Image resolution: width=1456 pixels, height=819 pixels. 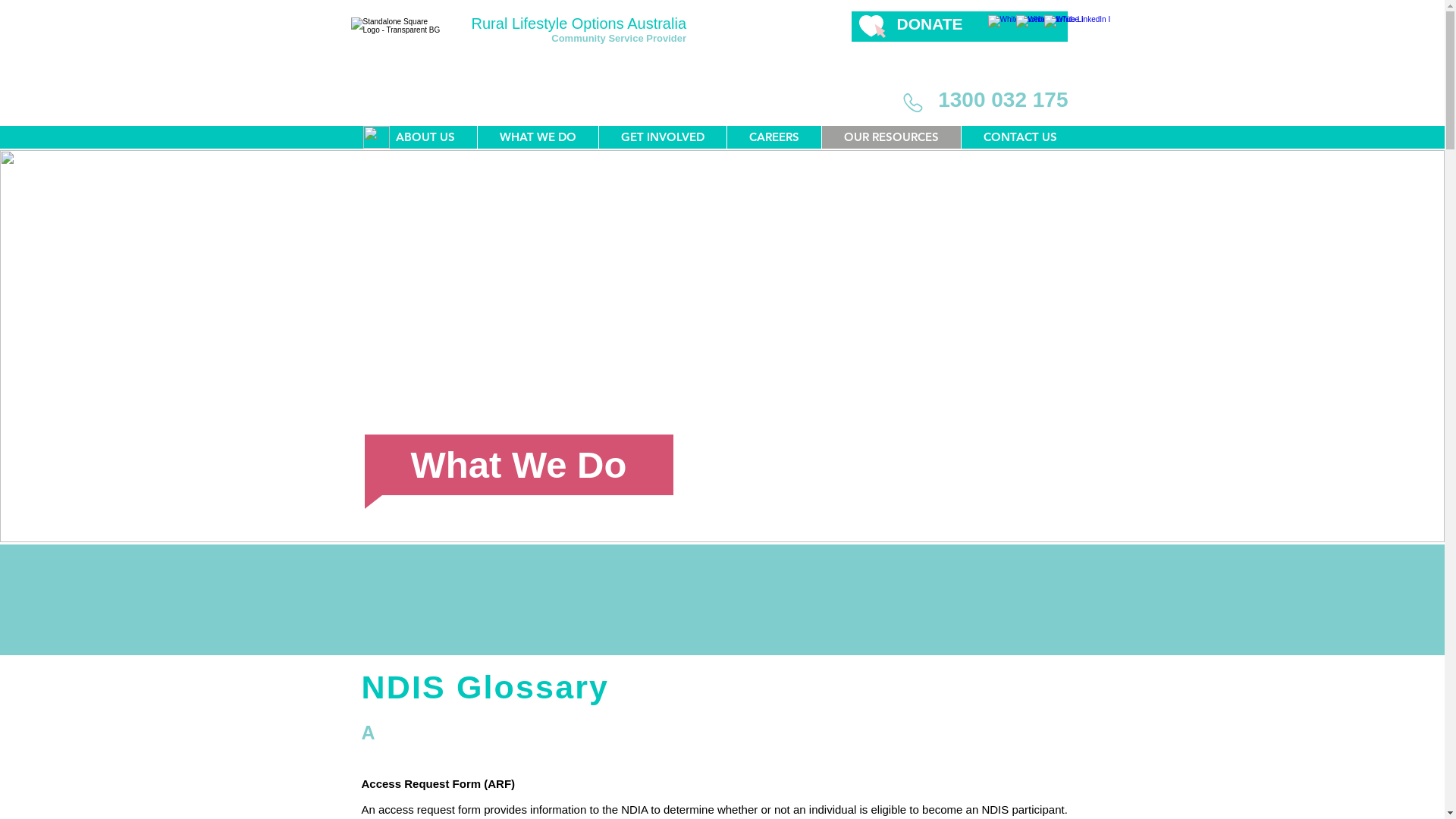 I want to click on 'DONATE', so click(x=928, y=24).